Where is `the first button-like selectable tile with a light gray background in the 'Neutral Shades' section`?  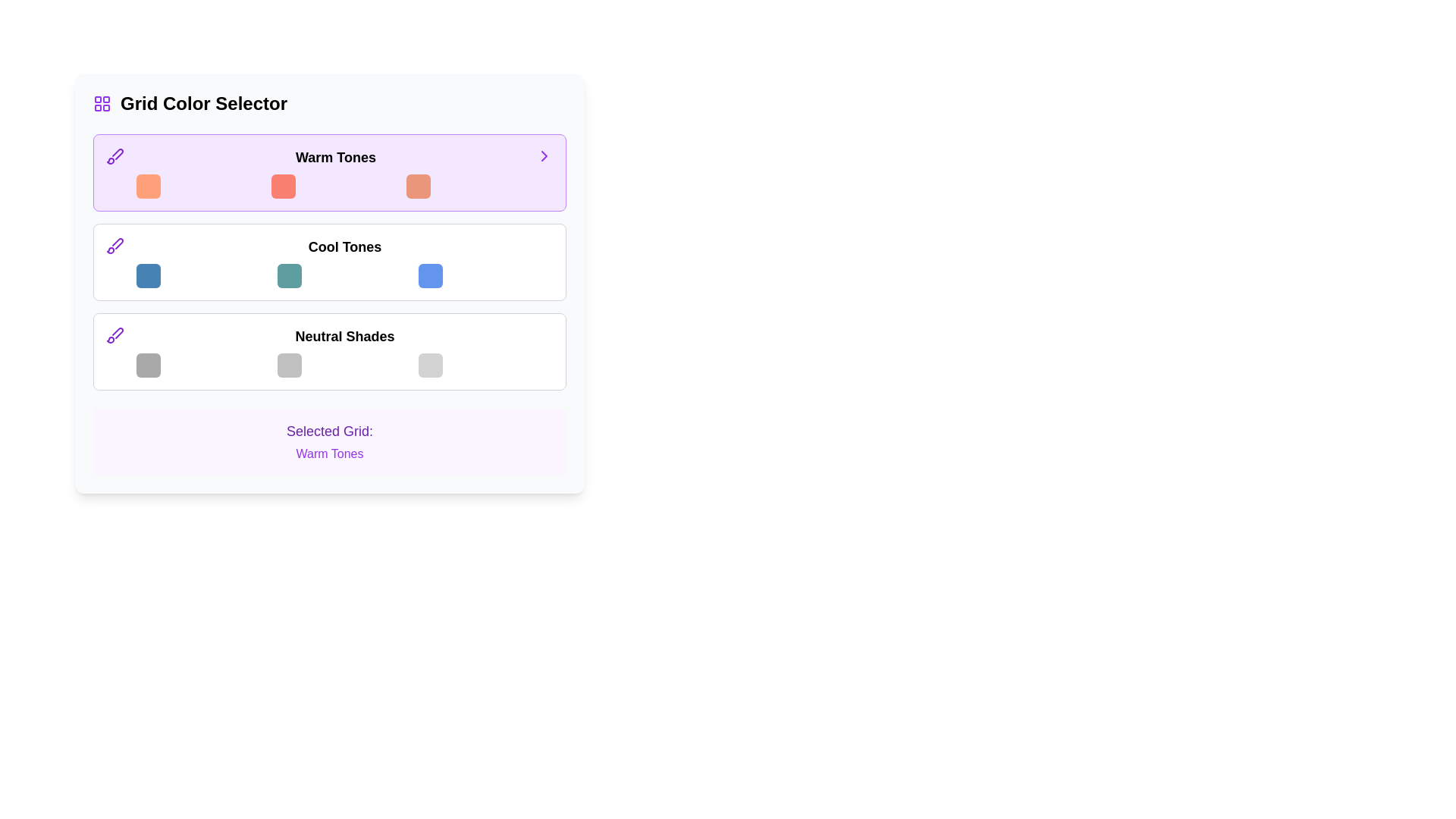 the first button-like selectable tile with a light gray background in the 'Neutral Shades' section is located at coordinates (149, 366).